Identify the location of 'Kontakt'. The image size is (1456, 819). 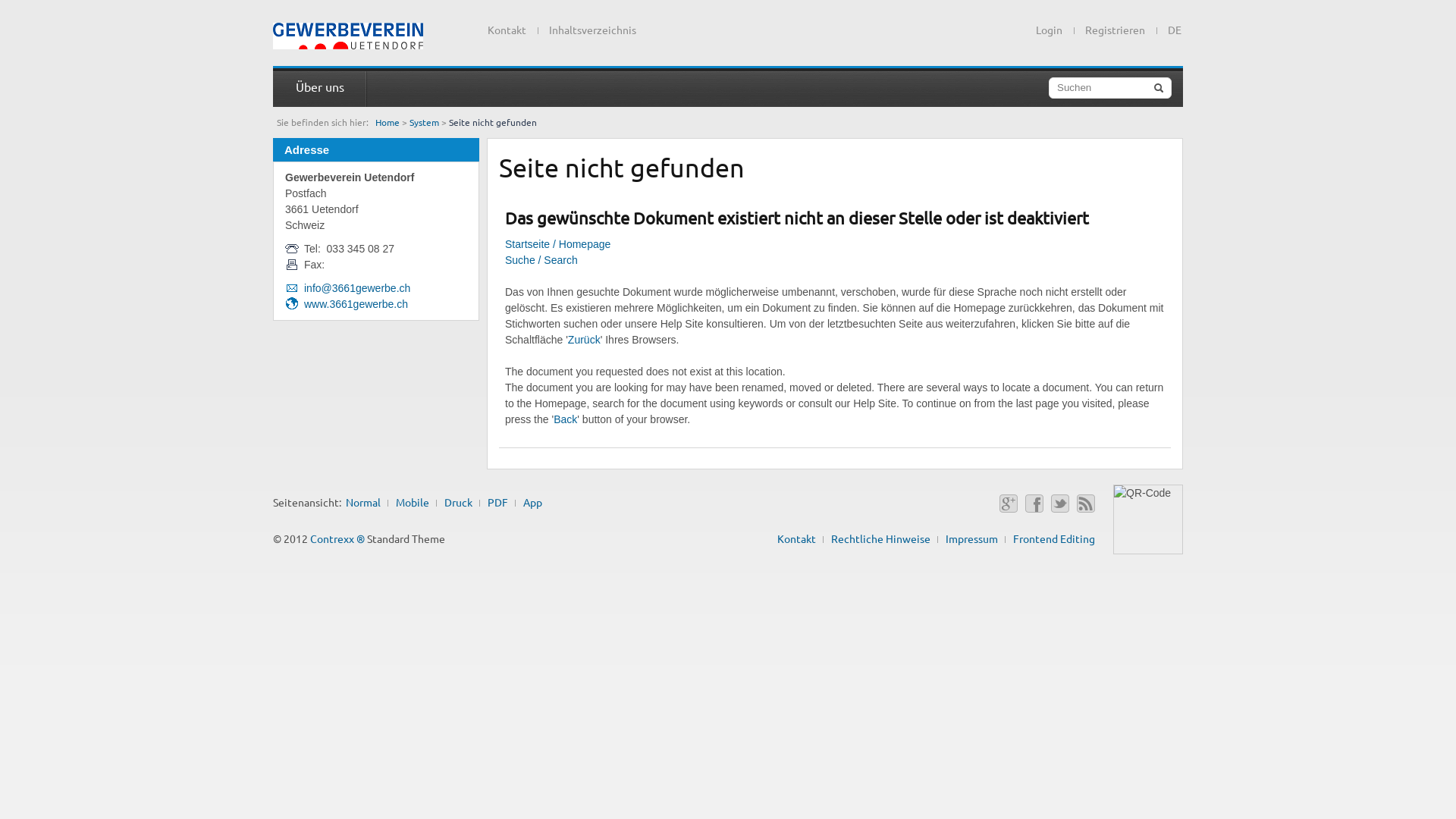
(507, 29).